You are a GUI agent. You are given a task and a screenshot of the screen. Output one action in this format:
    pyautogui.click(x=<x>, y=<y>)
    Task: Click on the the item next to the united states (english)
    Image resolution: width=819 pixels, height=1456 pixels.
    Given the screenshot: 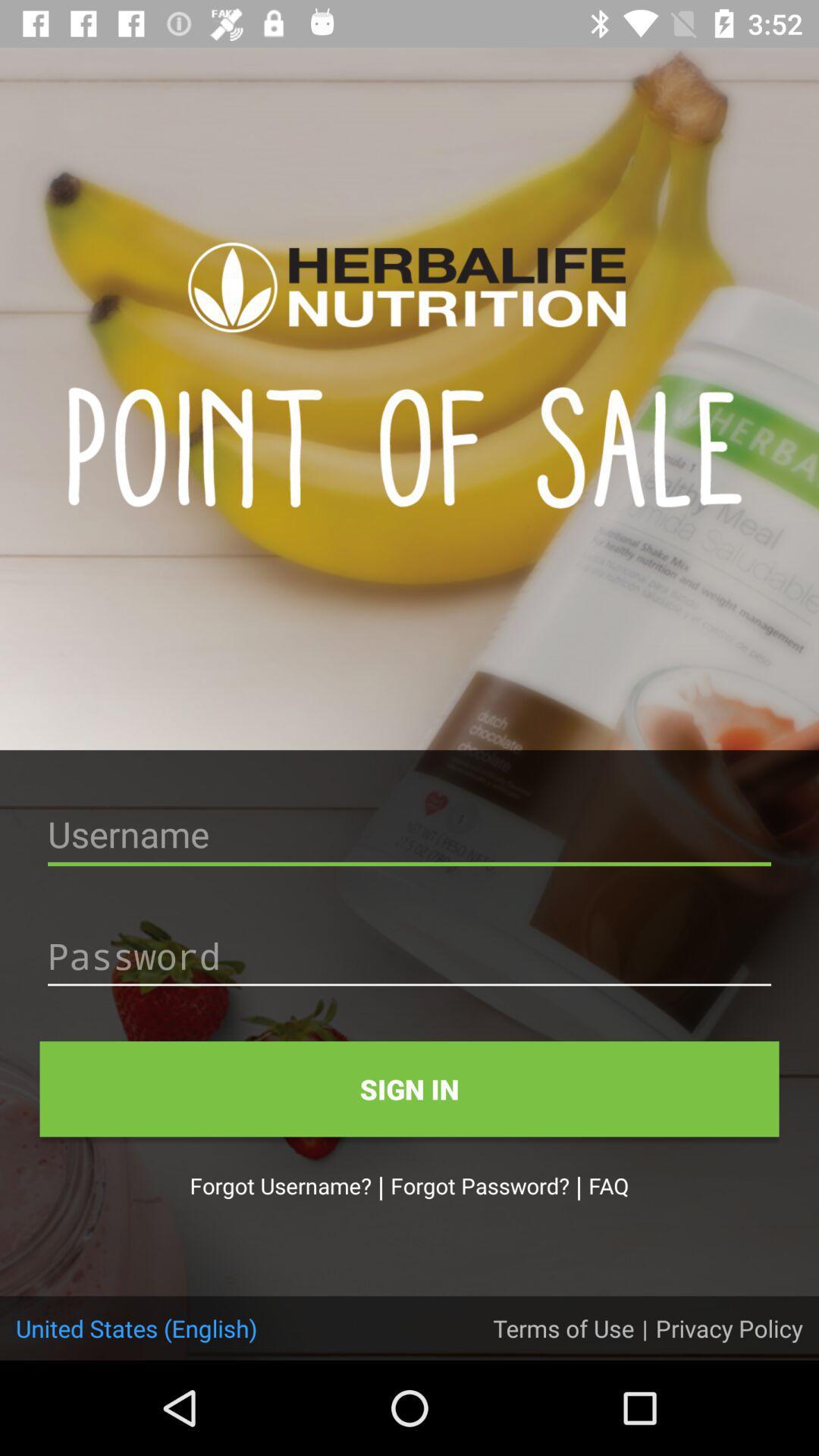 What is the action you would take?
    pyautogui.click(x=563, y=1327)
    